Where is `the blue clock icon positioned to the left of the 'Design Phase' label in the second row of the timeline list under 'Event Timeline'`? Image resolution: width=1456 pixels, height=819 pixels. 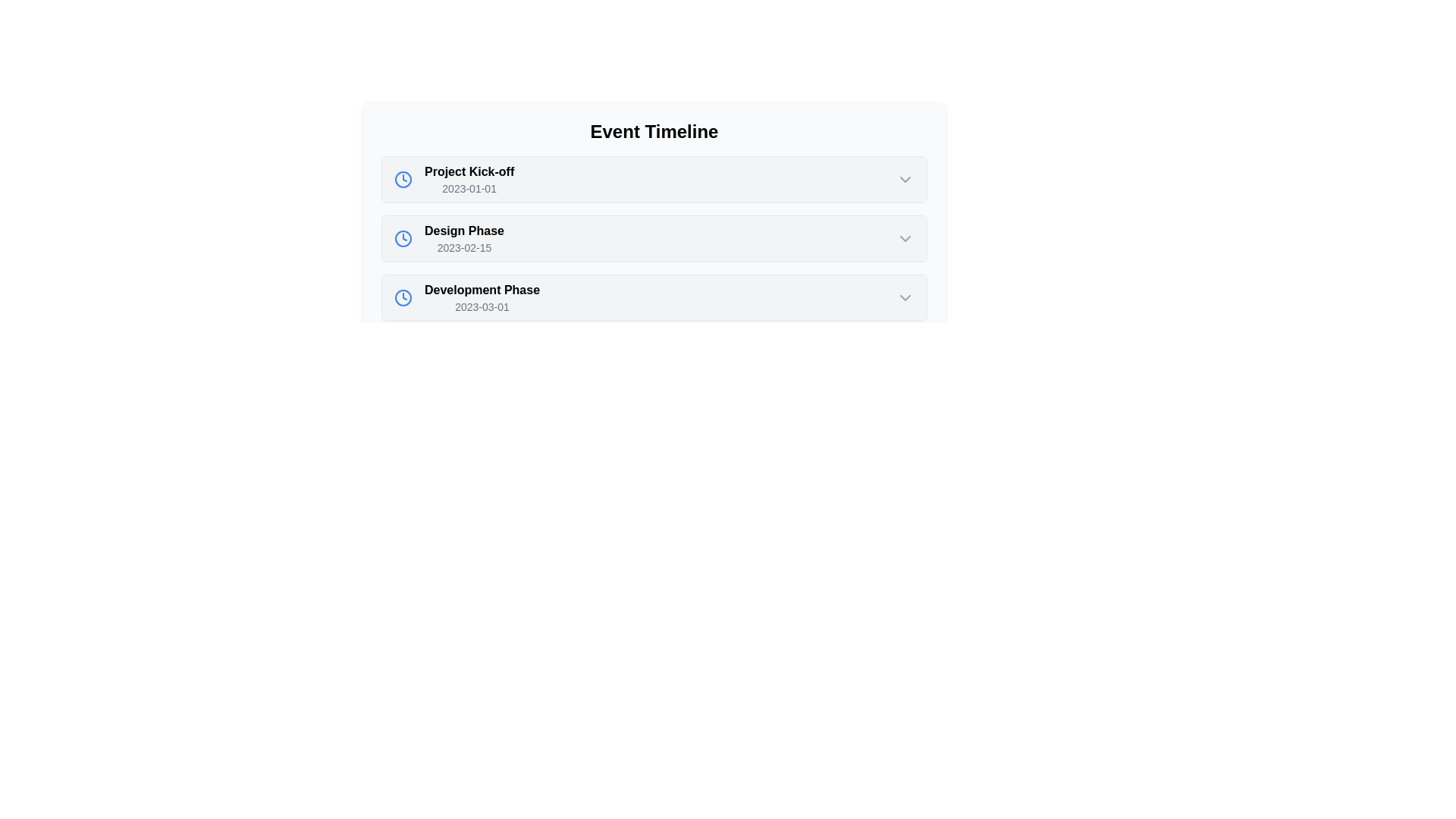 the blue clock icon positioned to the left of the 'Design Phase' label in the second row of the timeline list under 'Event Timeline' is located at coordinates (403, 239).